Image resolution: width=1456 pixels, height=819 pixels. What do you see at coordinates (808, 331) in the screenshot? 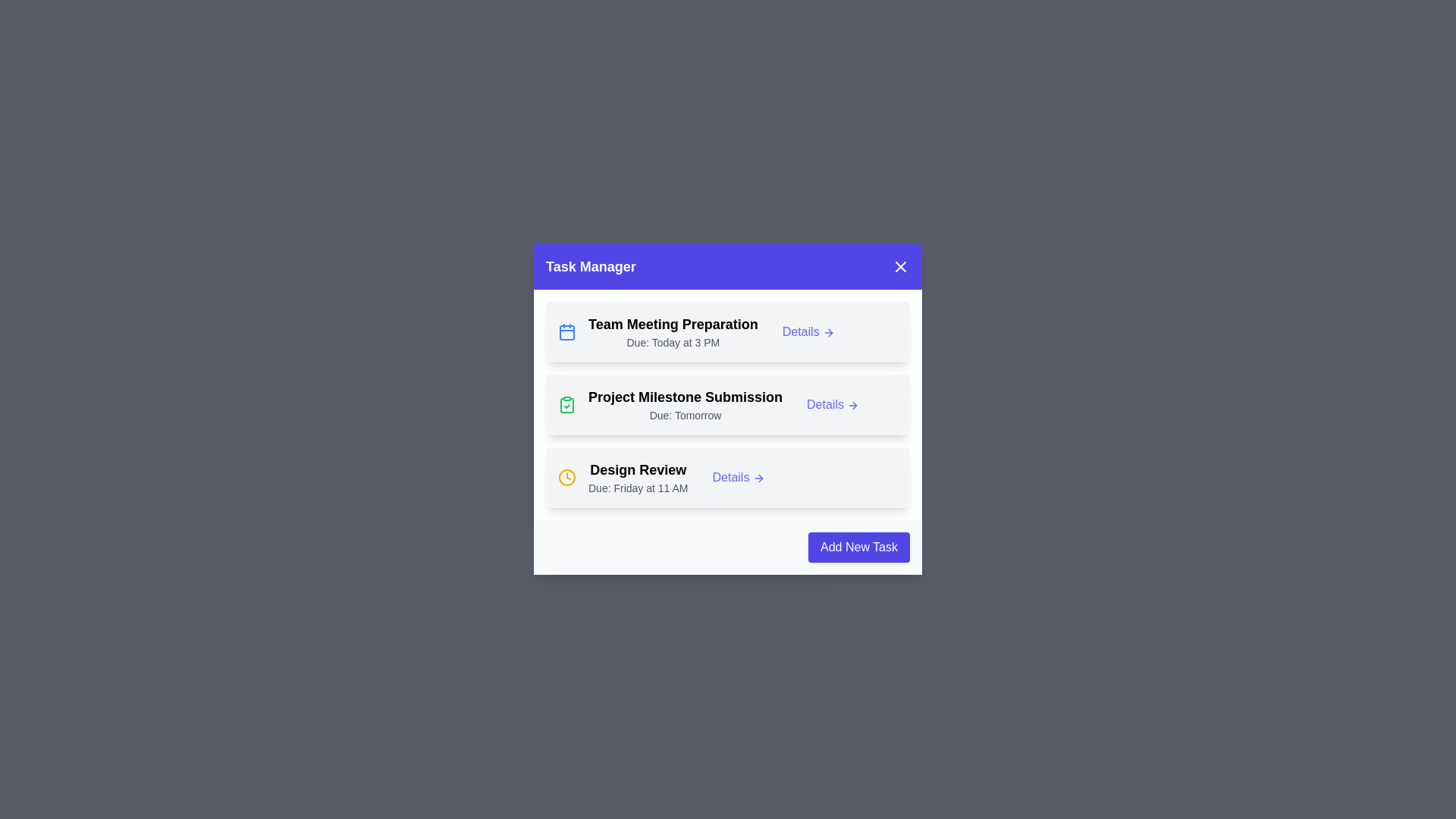
I see `the button located on the right side of the row labeled 'Team Meeting Preparation'` at bounding box center [808, 331].